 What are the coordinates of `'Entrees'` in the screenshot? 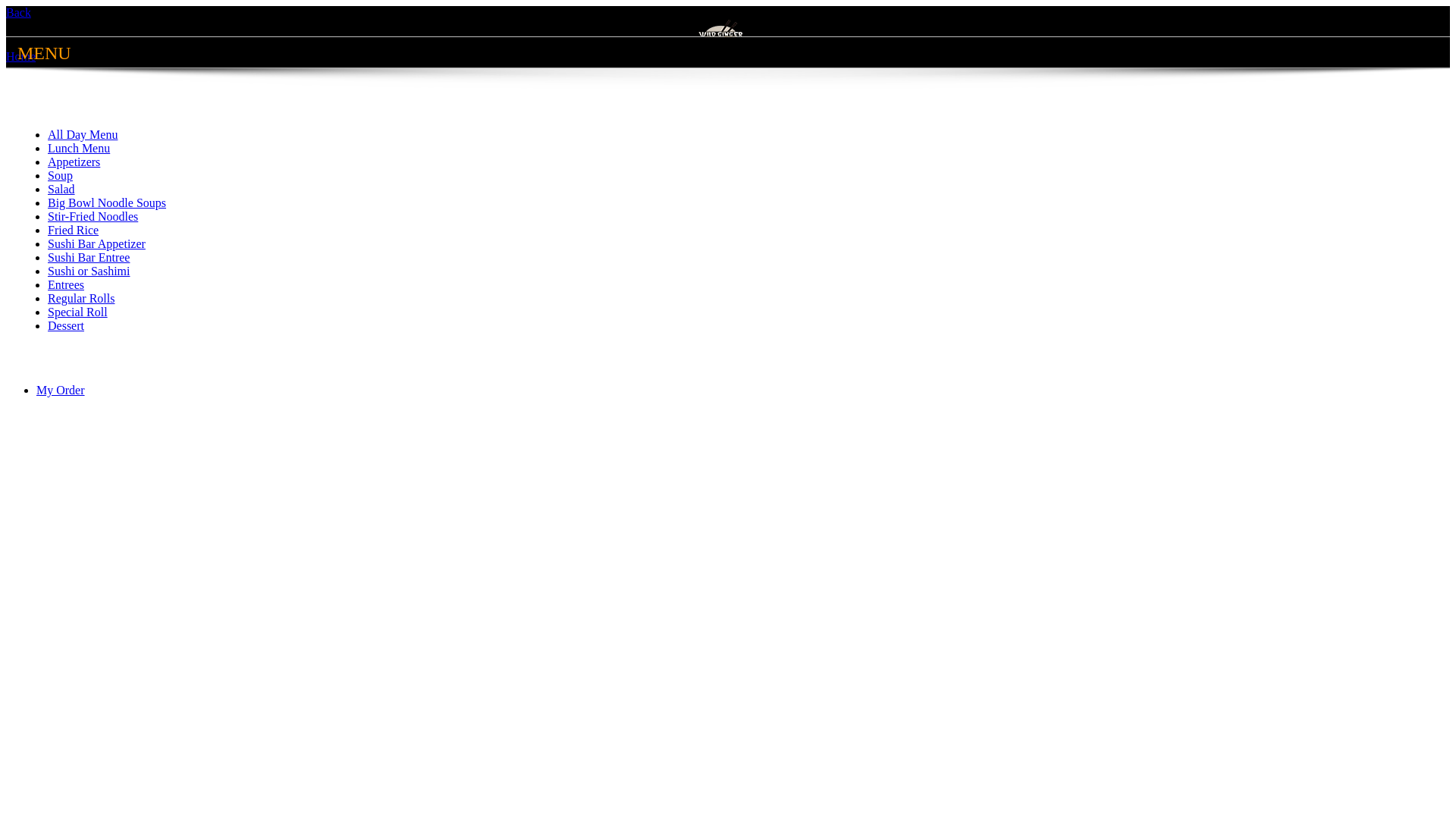 It's located at (47, 284).